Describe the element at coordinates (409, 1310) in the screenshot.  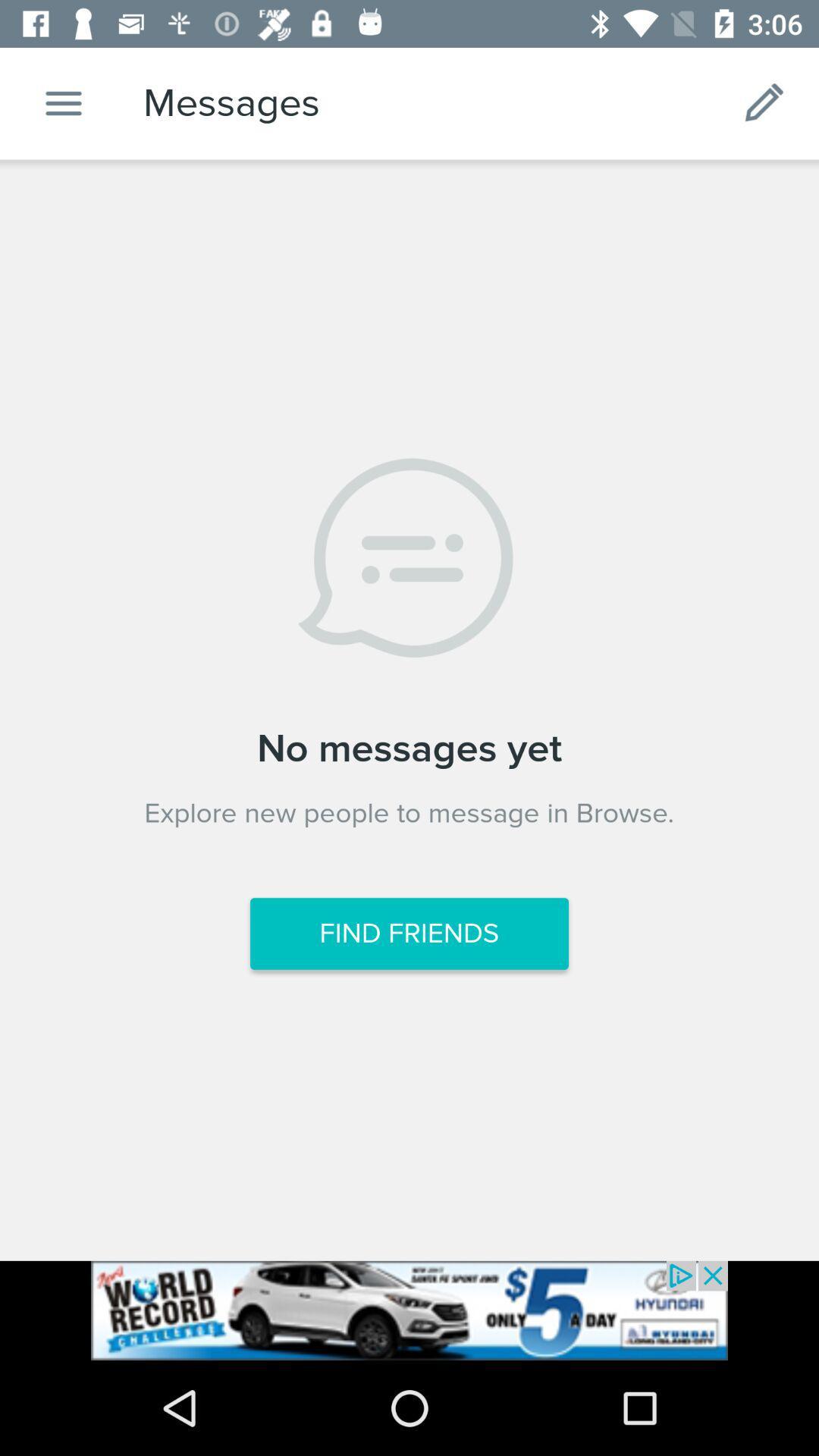
I see `visit the hyundai site` at that location.